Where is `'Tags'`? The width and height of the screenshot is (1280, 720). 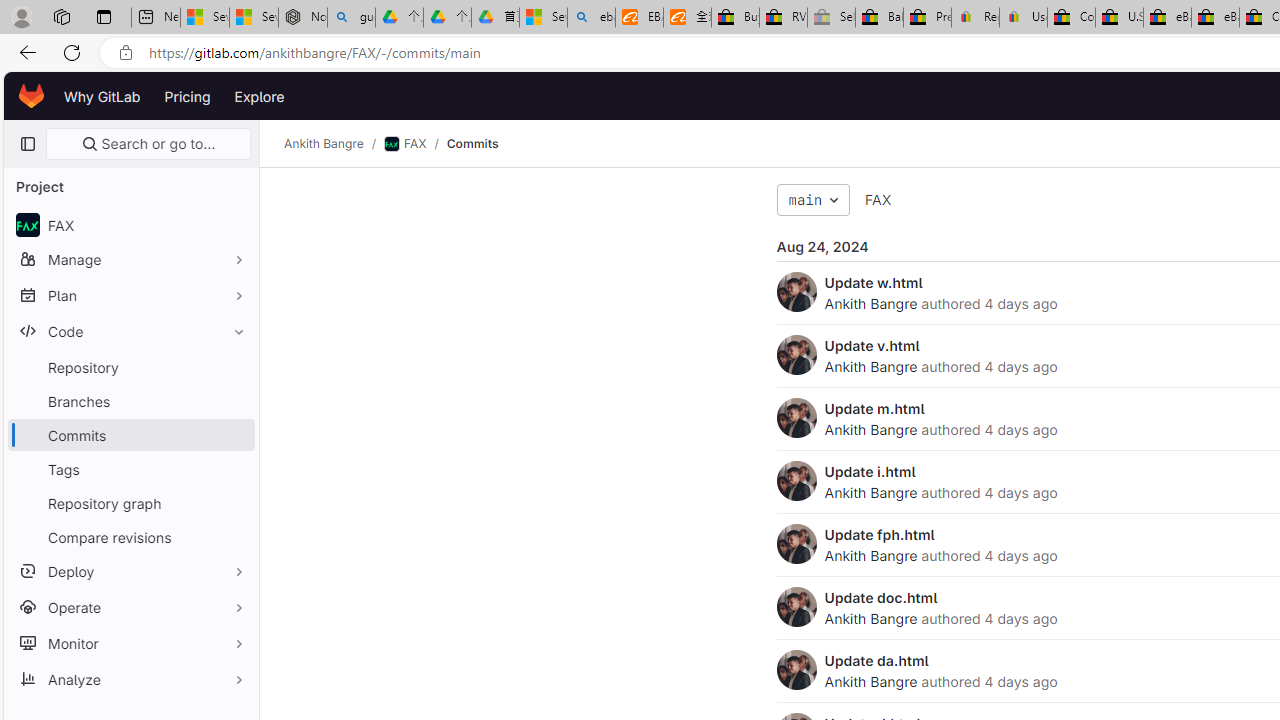 'Tags' is located at coordinates (130, 469).